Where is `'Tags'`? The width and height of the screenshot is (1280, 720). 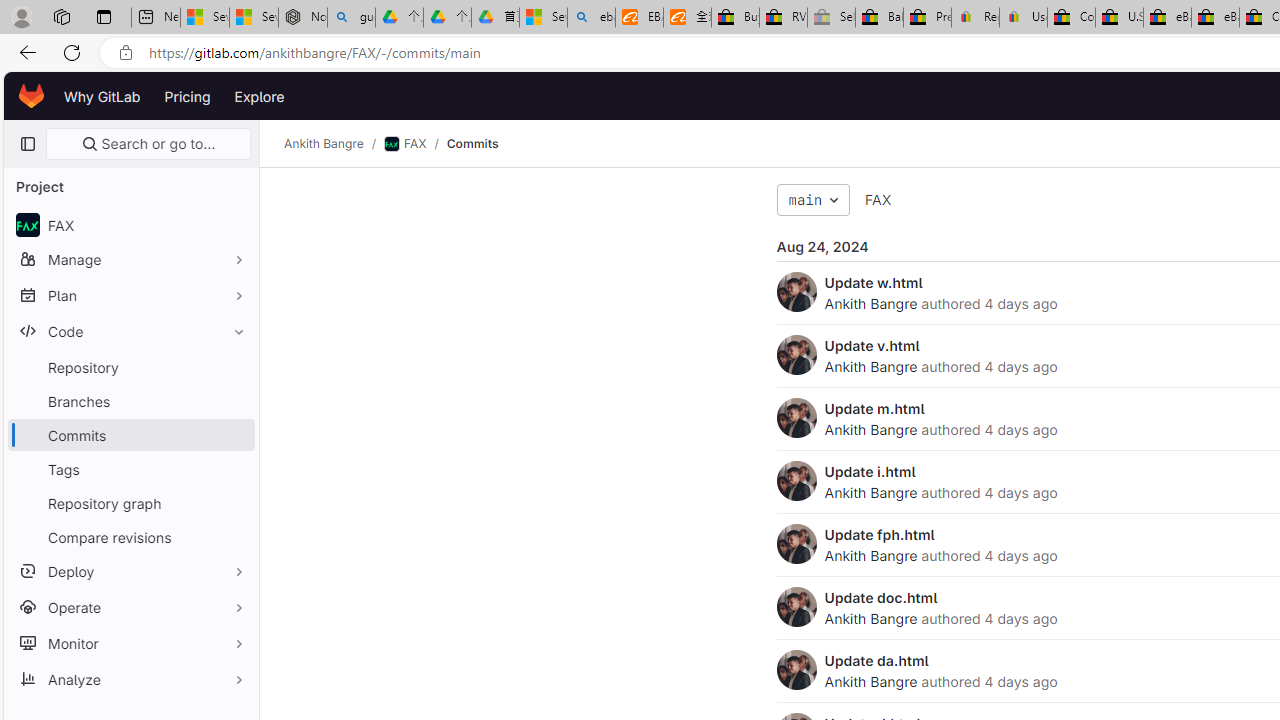 'Tags' is located at coordinates (130, 469).